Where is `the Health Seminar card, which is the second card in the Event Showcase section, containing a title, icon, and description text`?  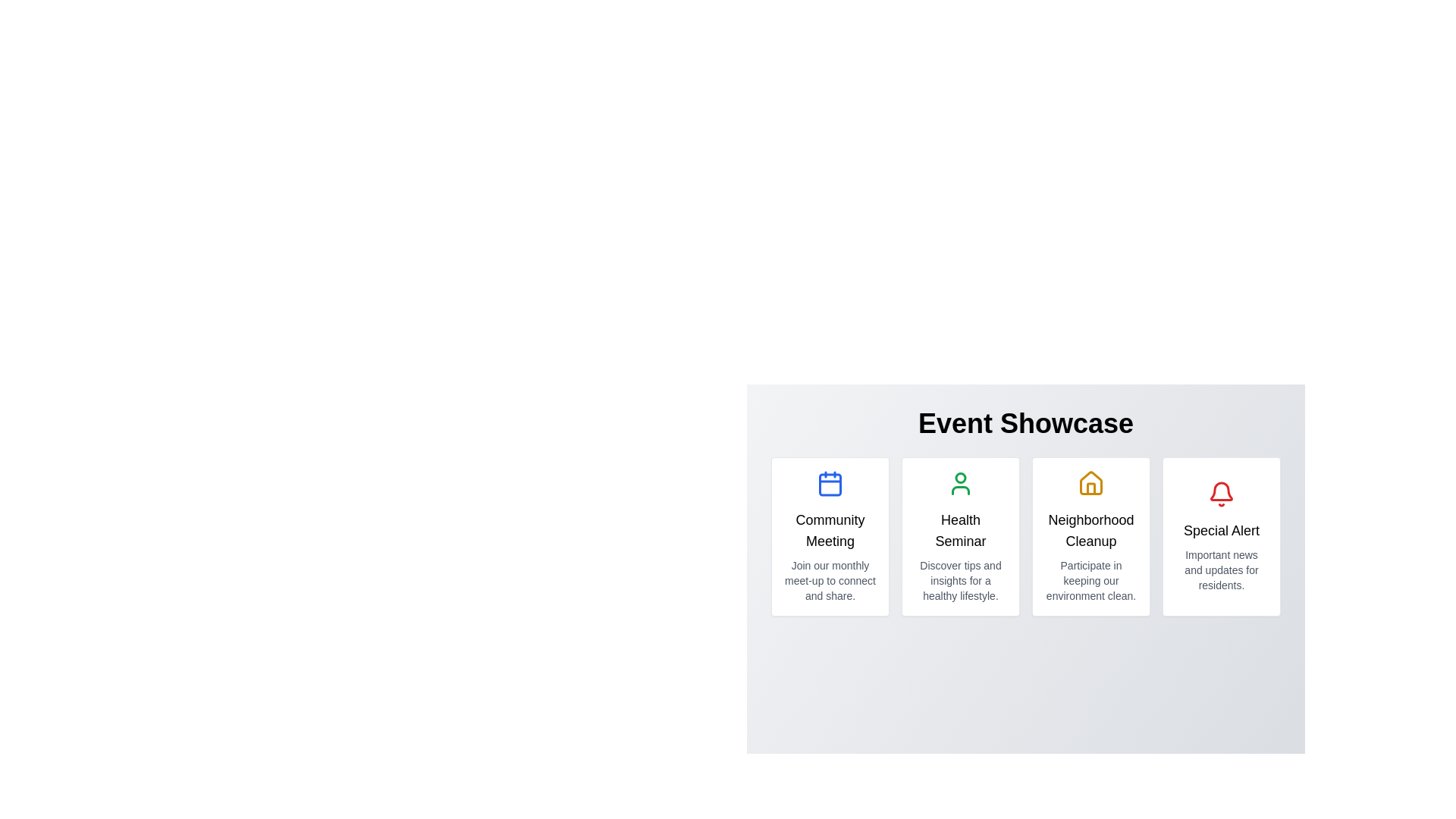 the Health Seminar card, which is the second card in the Event Showcase section, containing a title, icon, and description text is located at coordinates (960, 536).